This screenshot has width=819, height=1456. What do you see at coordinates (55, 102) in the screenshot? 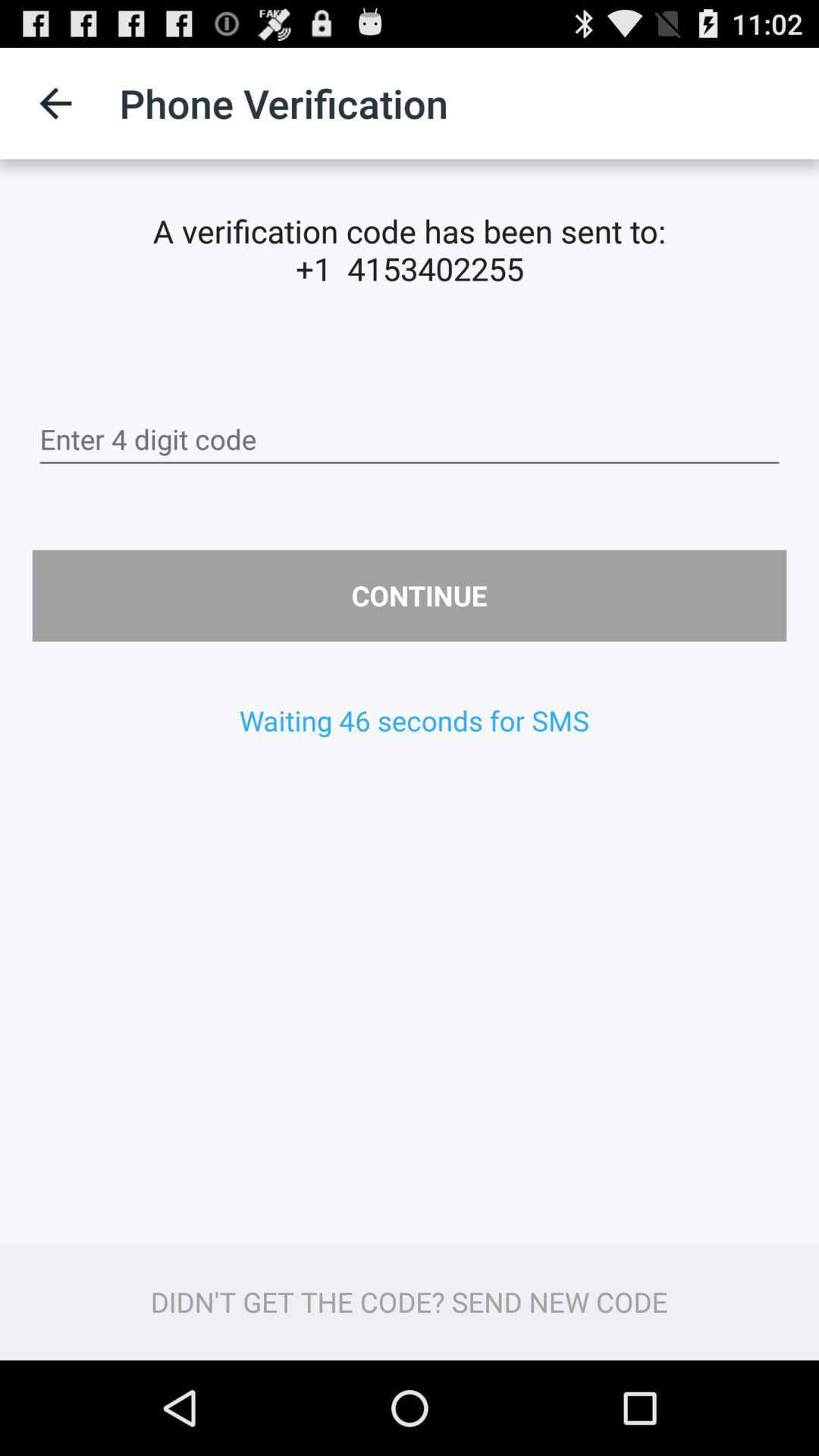
I see `the item next to phone verification` at bounding box center [55, 102].